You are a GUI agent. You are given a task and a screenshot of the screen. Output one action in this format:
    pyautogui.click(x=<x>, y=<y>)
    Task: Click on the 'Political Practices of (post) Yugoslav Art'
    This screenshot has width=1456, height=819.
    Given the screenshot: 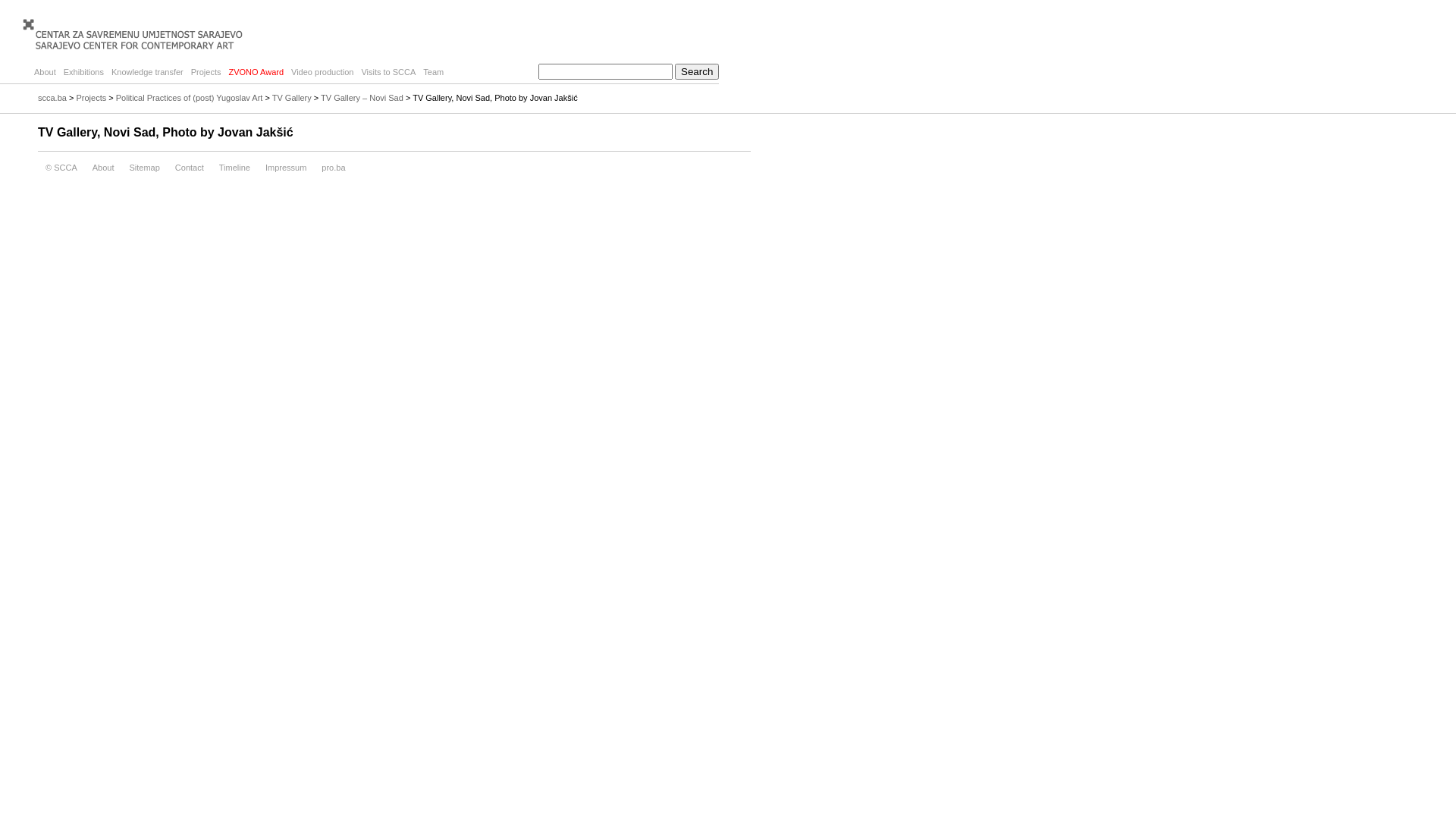 What is the action you would take?
    pyautogui.click(x=188, y=97)
    